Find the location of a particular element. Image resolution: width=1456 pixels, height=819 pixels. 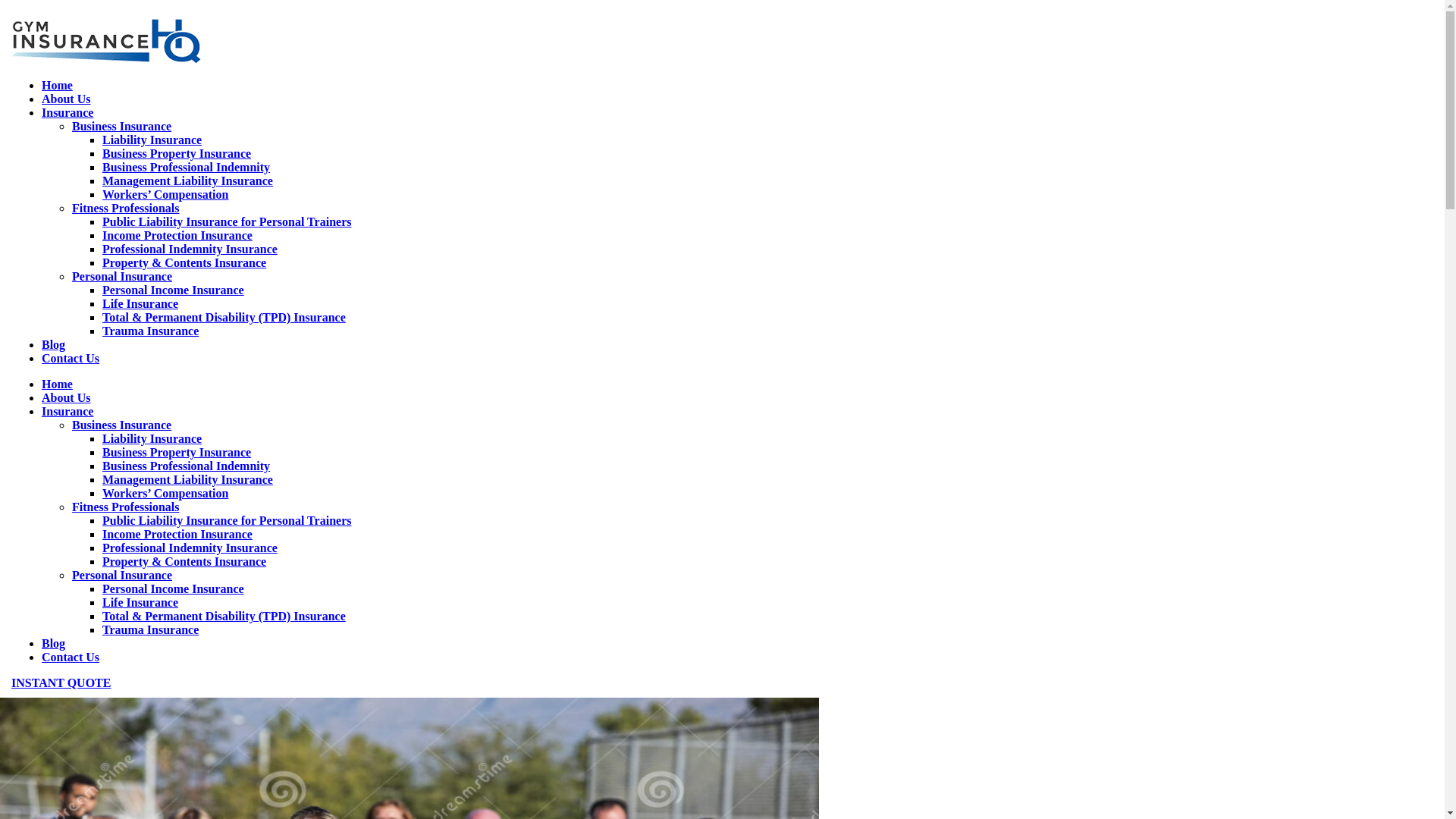

'Personal Insurance' is located at coordinates (122, 276).